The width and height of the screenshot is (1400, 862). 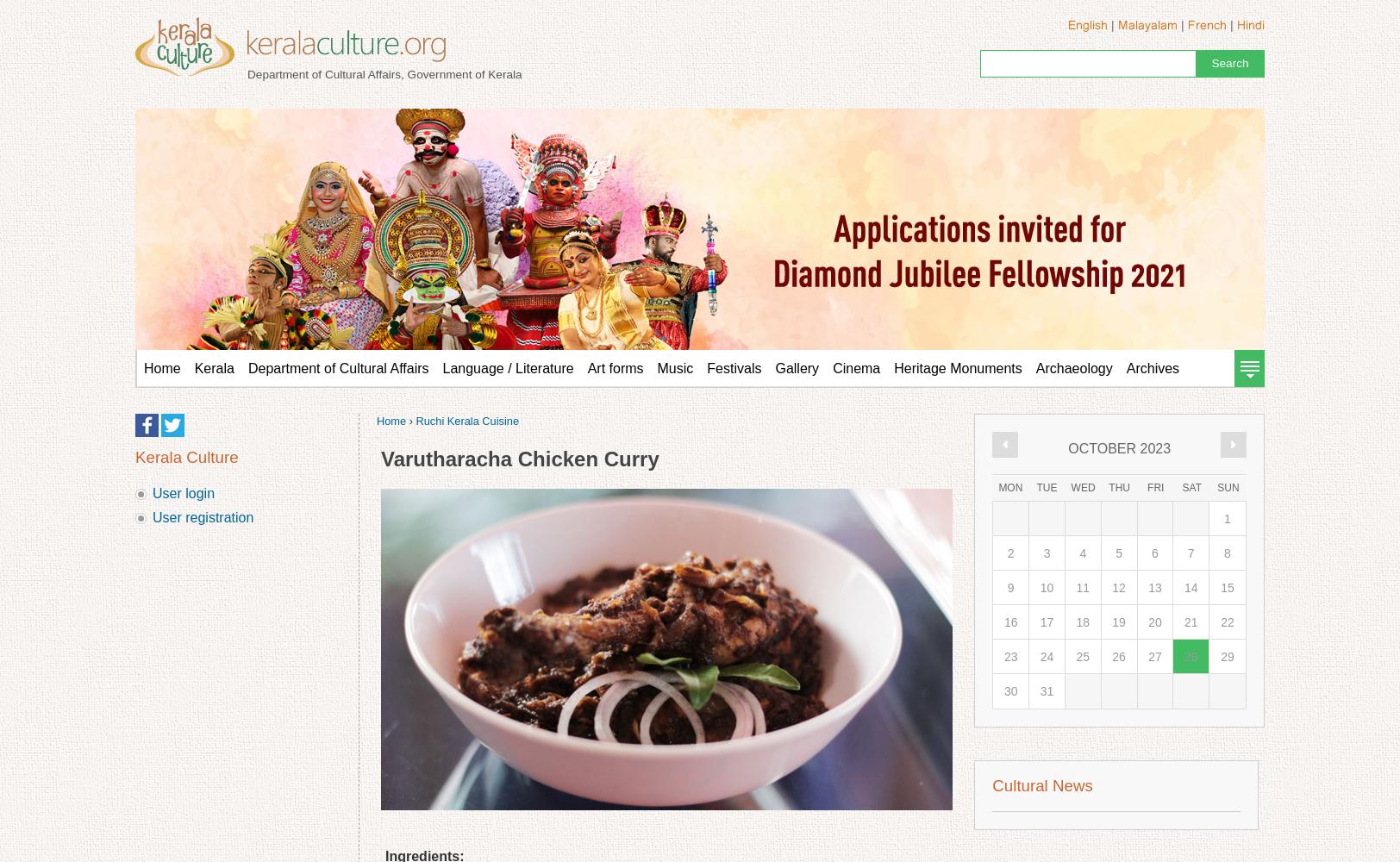 I want to click on 'Cinema', so click(x=856, y=368).